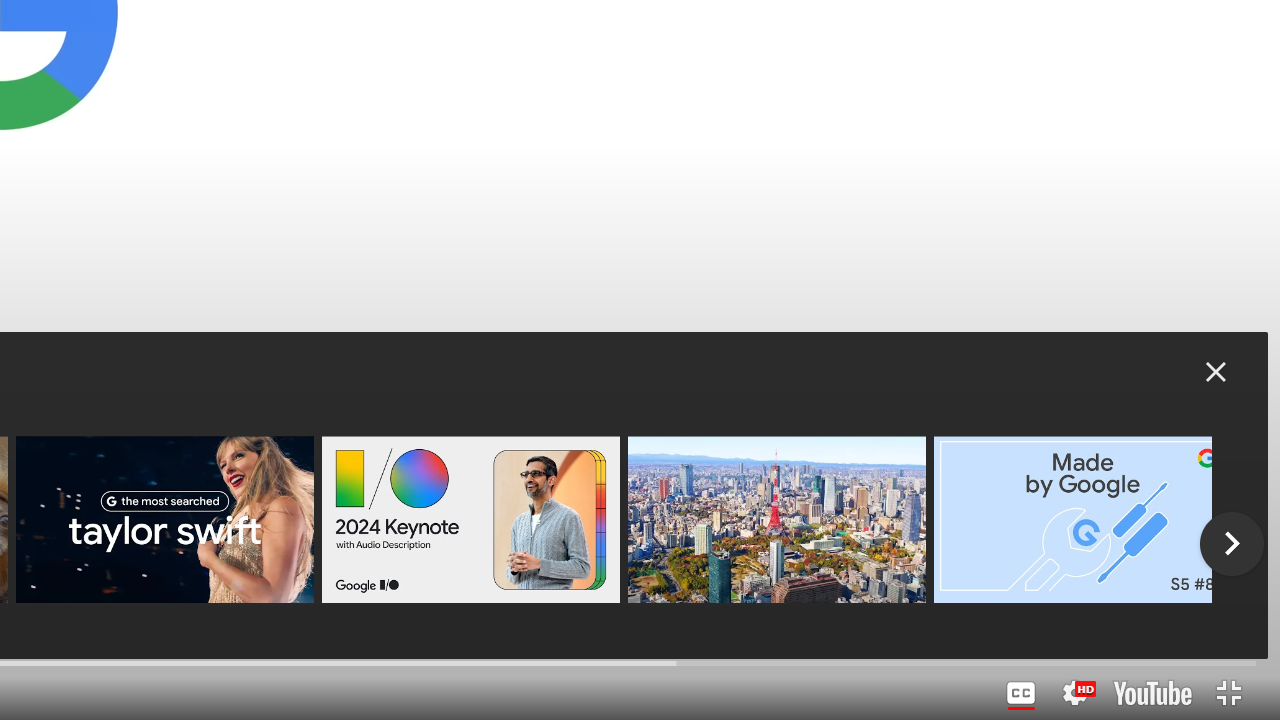 This screenshot has height=720, width=1280. What do you see at coordinates (775, 518) in the screenshot?
I see `'This is the new Google Earth'` at bounding box center [775, 518].